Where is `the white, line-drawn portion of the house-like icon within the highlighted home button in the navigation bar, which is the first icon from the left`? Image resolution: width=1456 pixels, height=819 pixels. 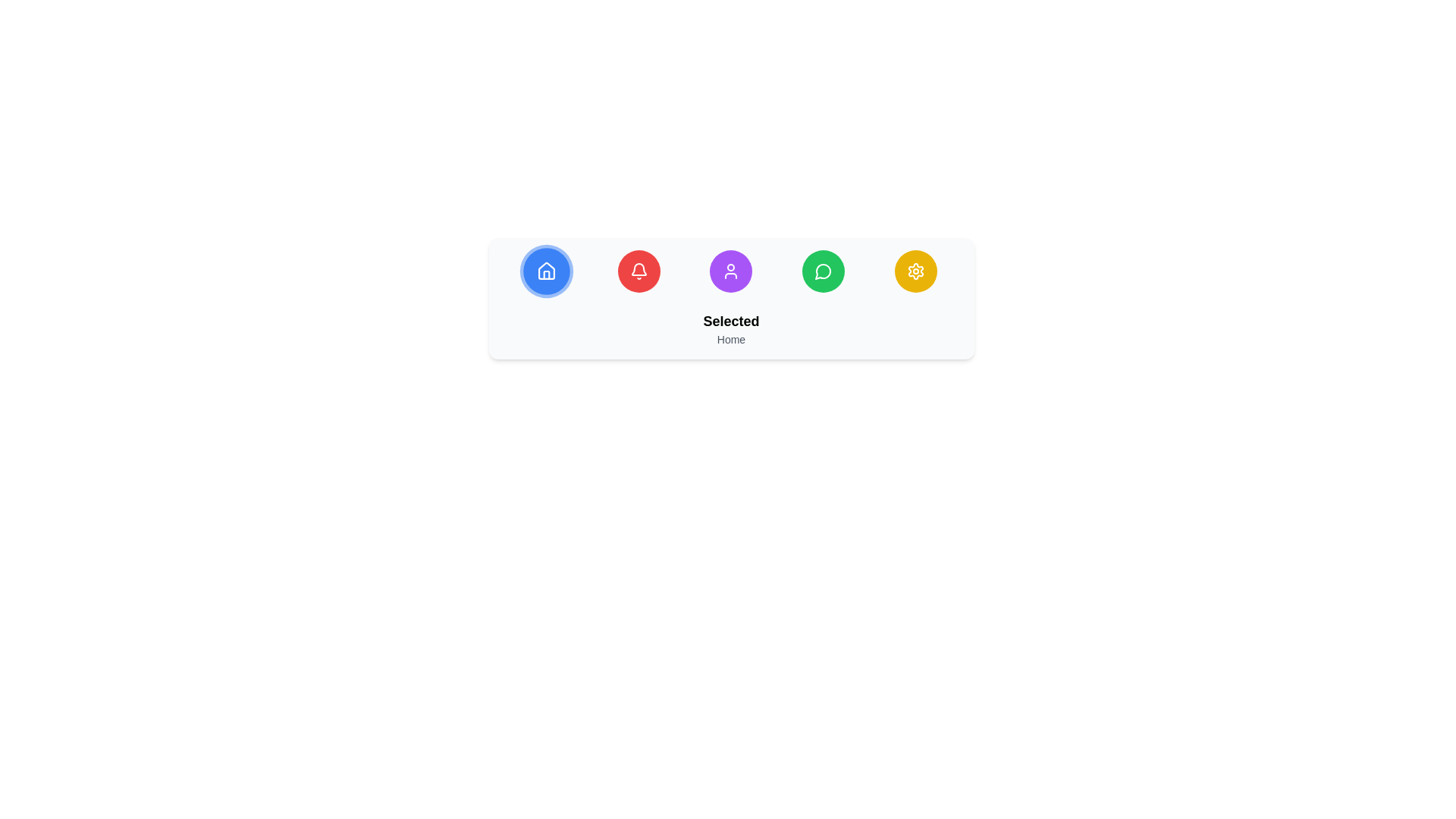 the white, line-drawn portion of the house-like icon within the highlighted home button in the navigation bar, which is the first icon from the left is located at coordinates (546, 270).